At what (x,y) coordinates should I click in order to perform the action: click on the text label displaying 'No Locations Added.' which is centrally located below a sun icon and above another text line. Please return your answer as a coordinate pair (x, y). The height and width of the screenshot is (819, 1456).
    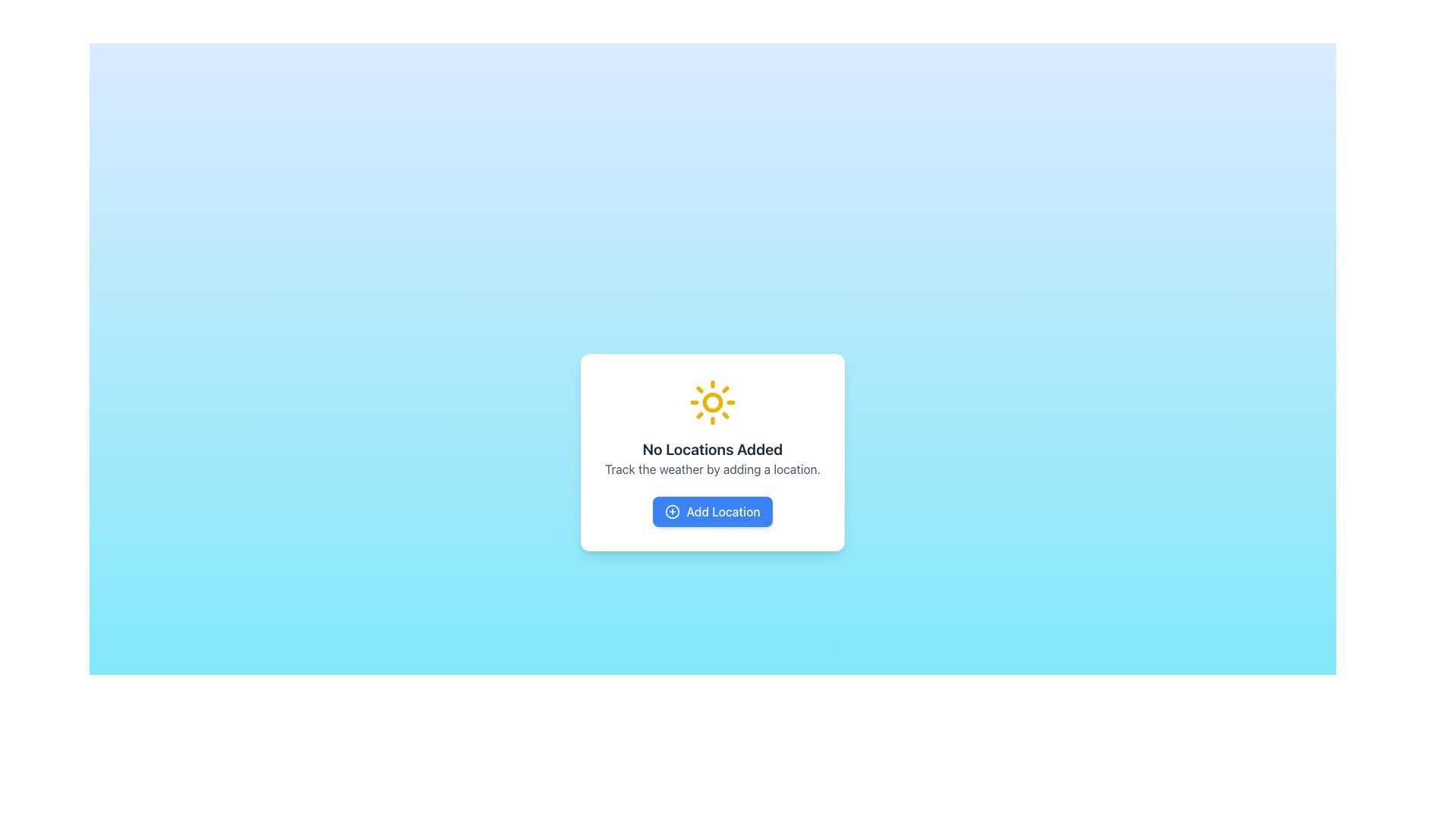
    Looking at the image, I should click on (712, 449).